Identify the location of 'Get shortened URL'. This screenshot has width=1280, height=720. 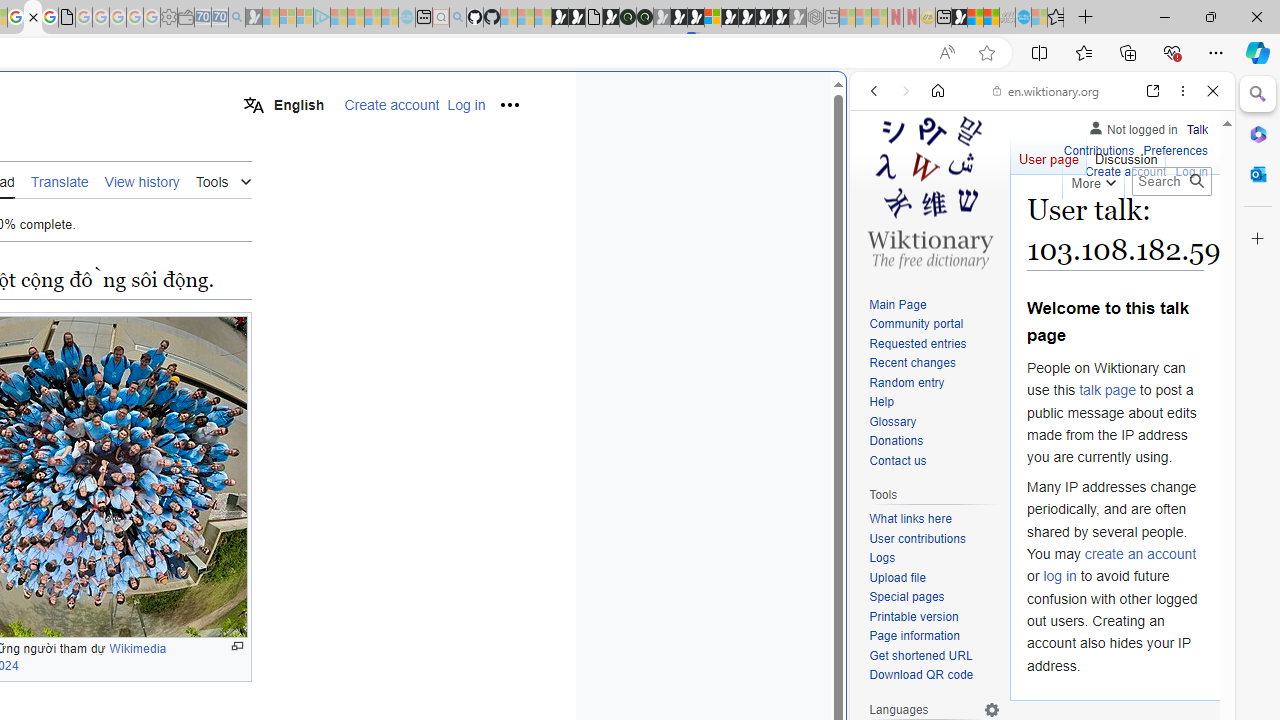
(934, 656).